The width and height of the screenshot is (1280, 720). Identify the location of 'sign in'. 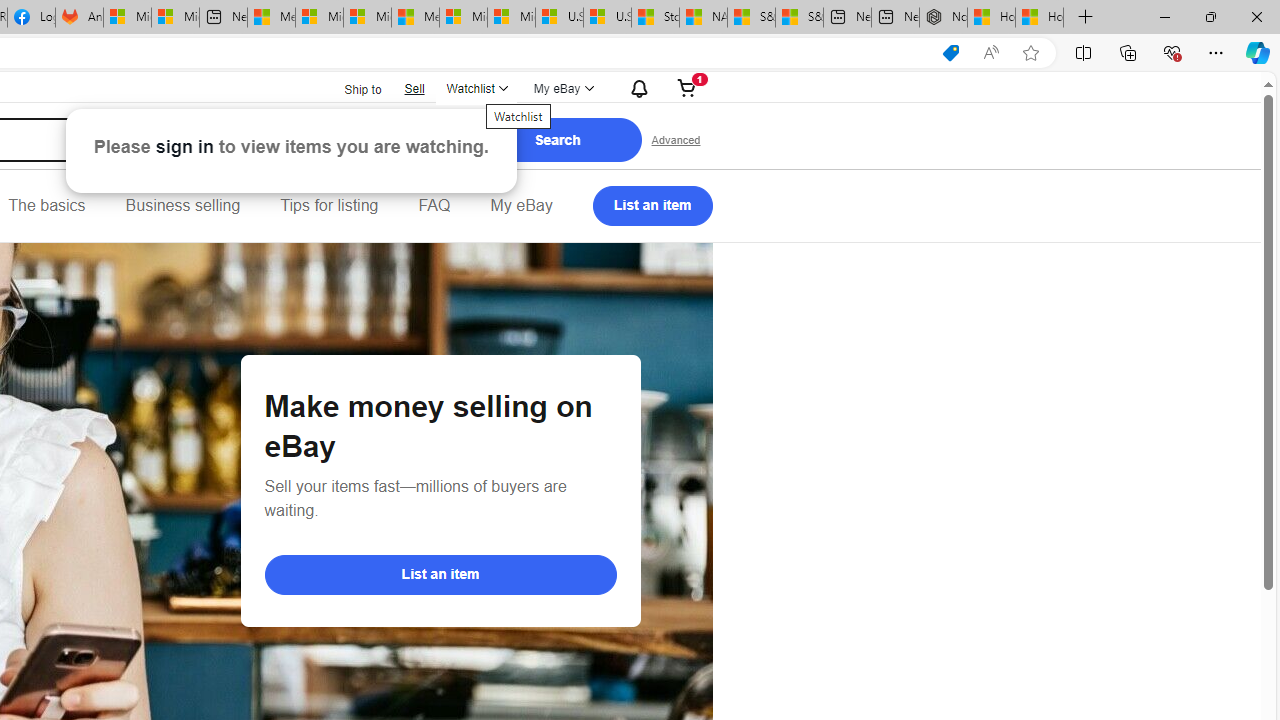
(184, 145).